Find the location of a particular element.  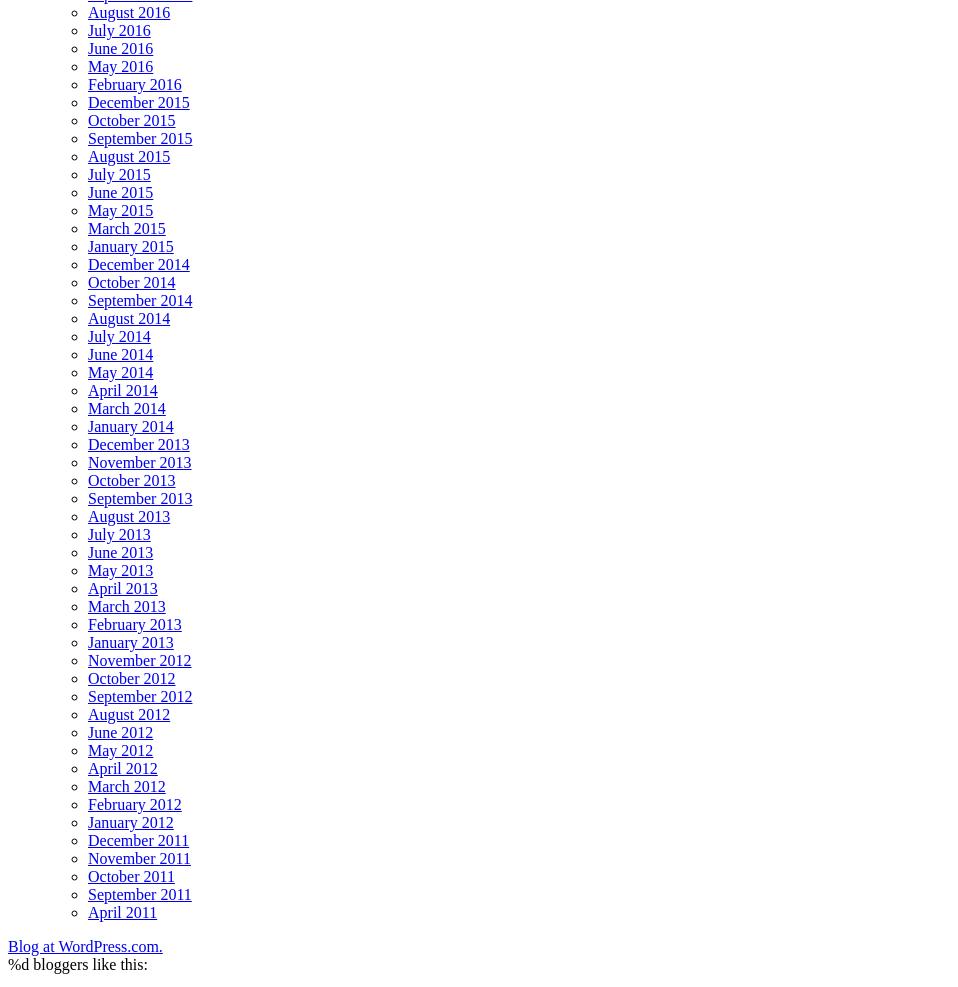

'October 2012' is located at coordinates (88, 678).